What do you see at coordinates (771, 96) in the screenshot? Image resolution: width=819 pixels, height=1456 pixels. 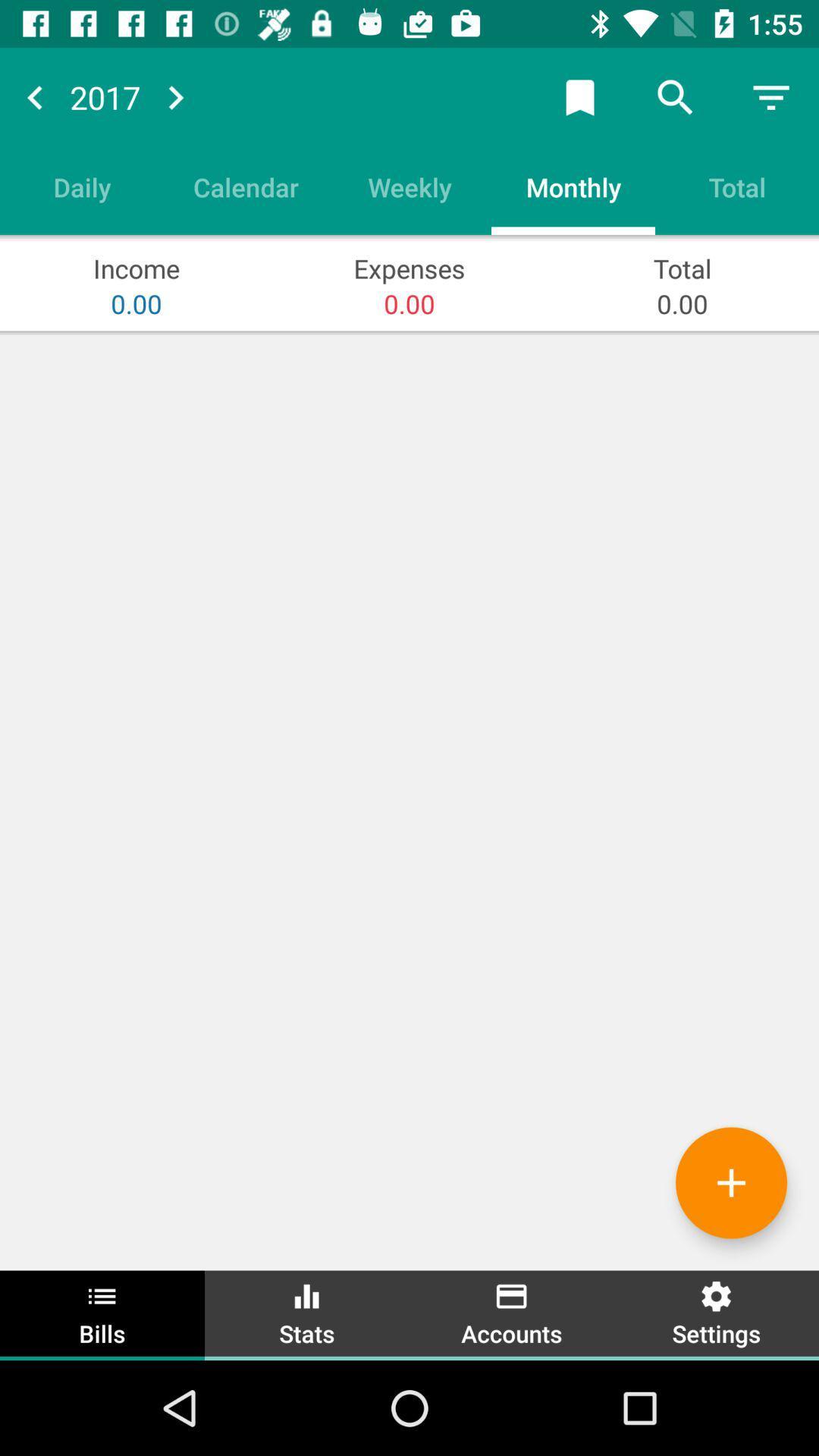 I see `the filter_list icon` at bounding box center [771, 96].